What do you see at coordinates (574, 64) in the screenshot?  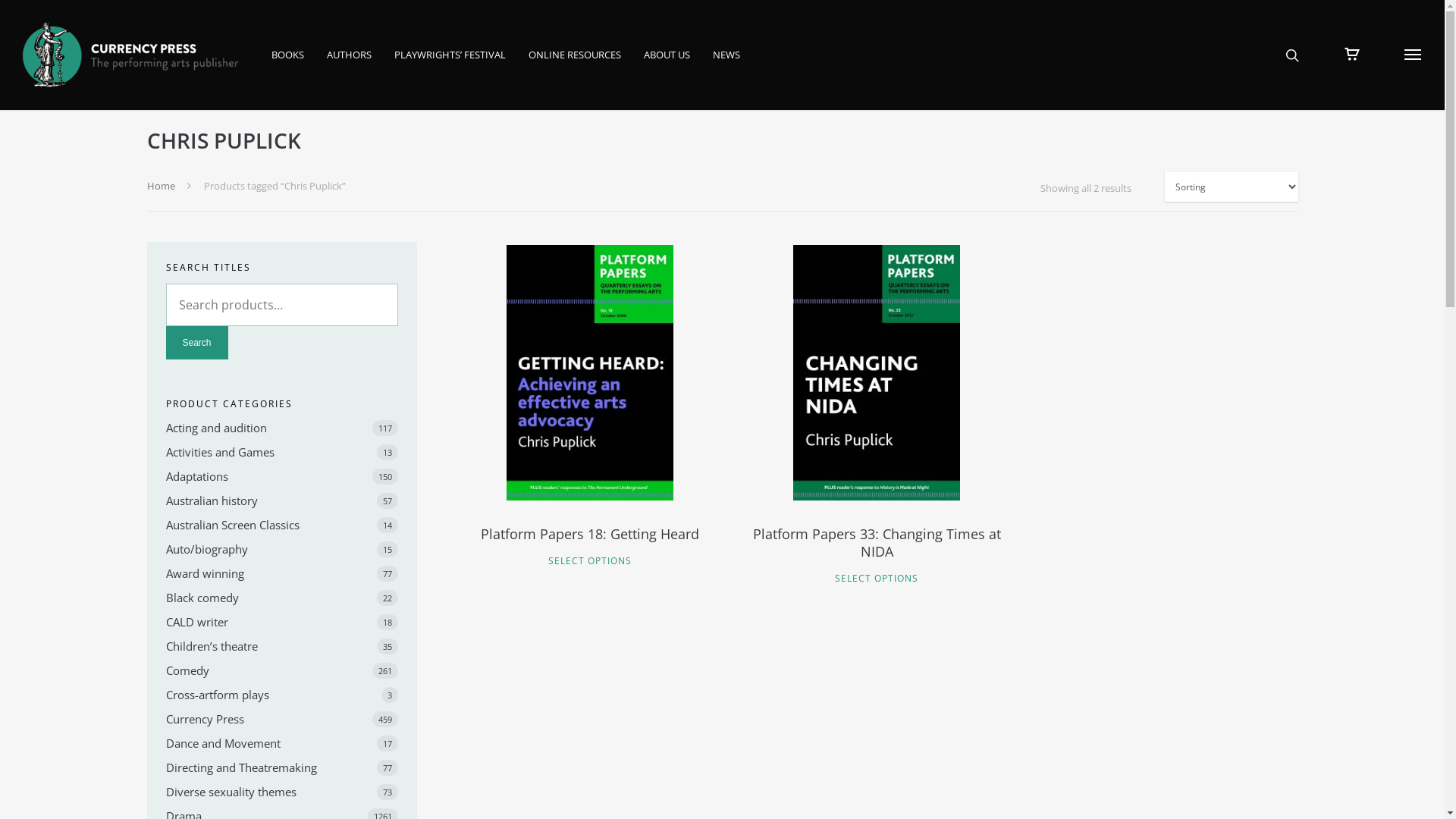 I see `'ONLINE RESOURCES'` at bounding box center [574, 64].